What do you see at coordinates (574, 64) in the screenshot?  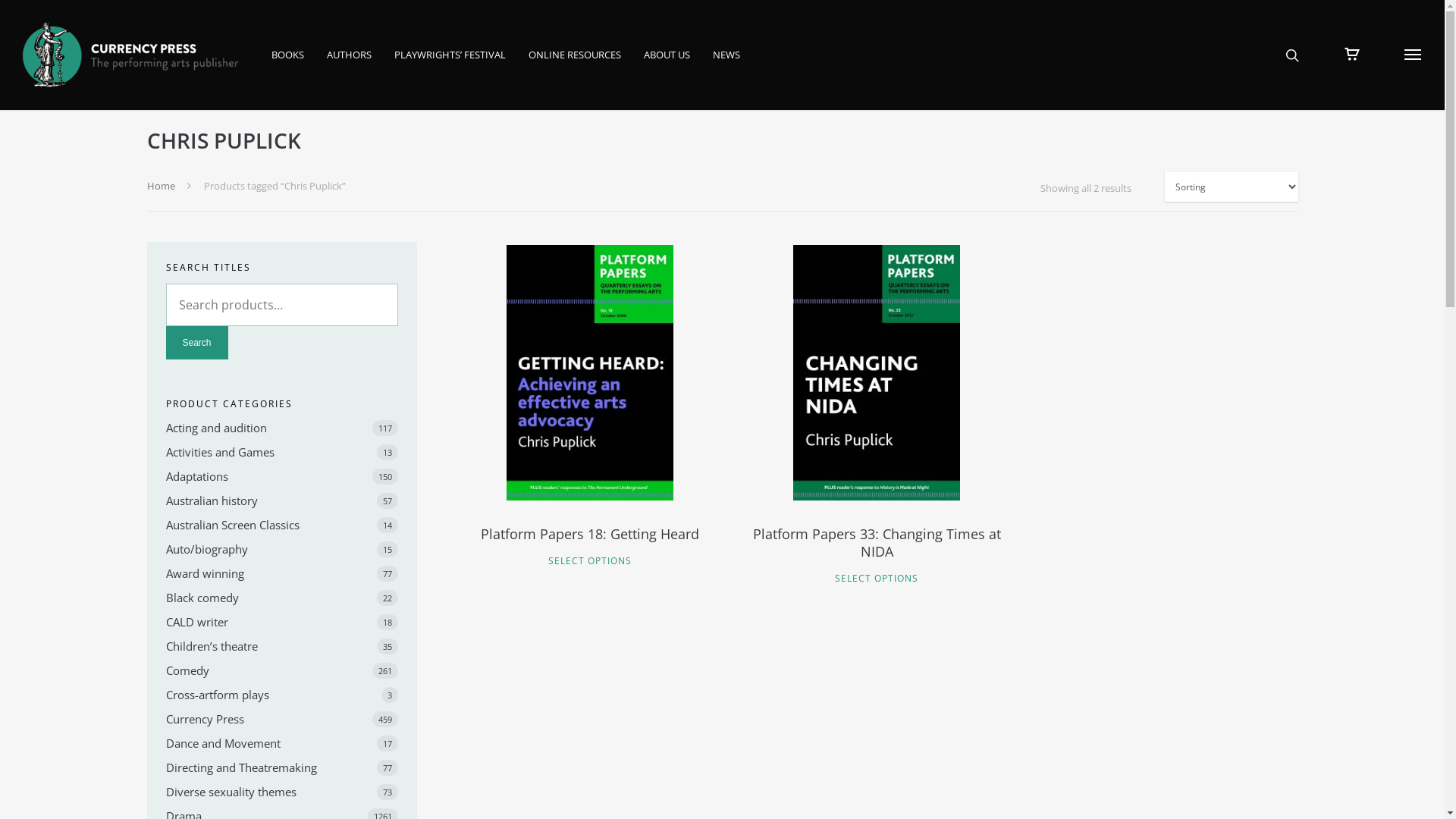 I see `'ONLINE RESOURCES'` at bounding box center [574, 64].